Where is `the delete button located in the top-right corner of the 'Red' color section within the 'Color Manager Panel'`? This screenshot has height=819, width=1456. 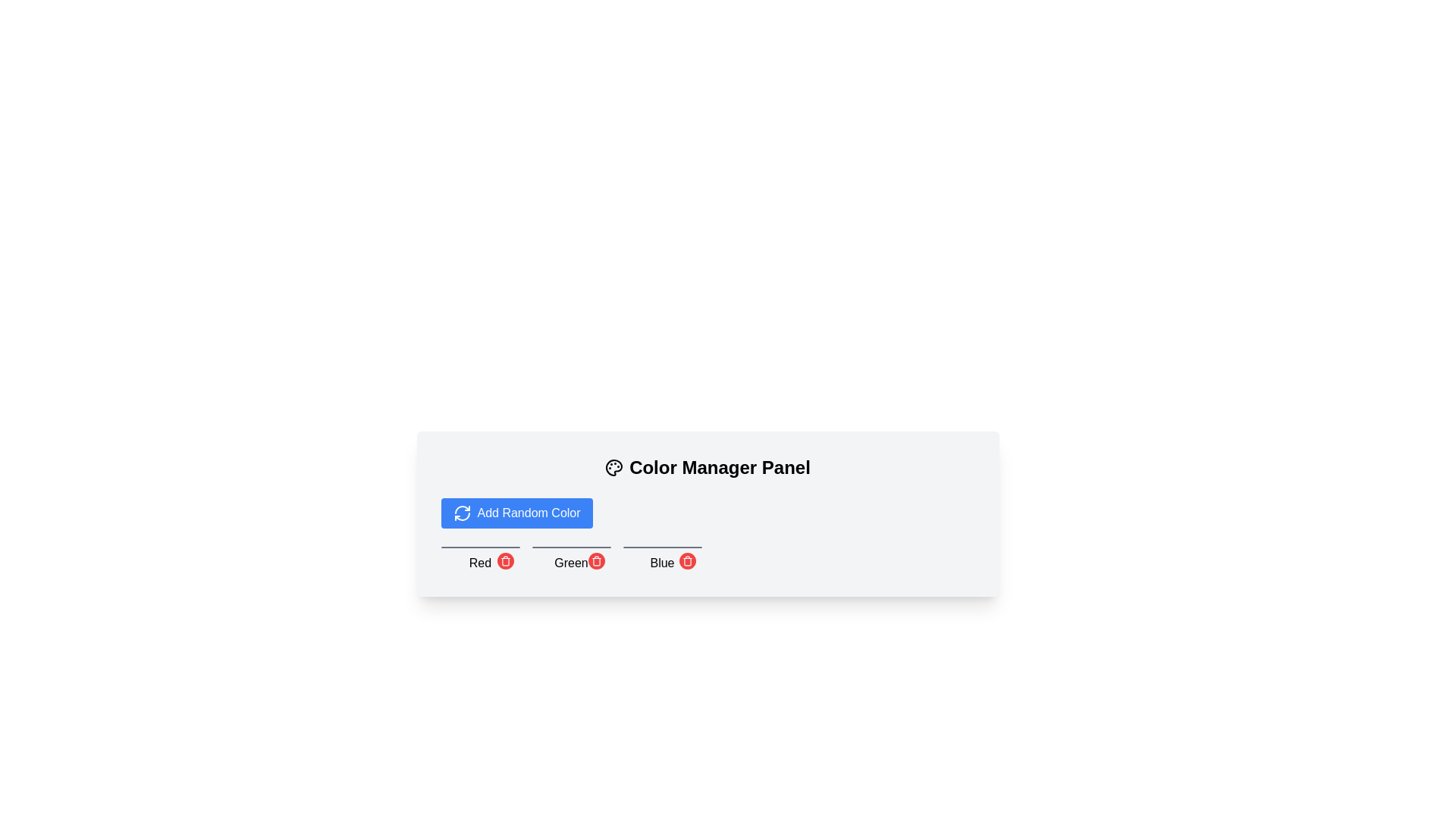 the delete button located in the top-right corner of the 'Red' color section within the 'Color Manager Panel' is located at coordinates (505, 561).